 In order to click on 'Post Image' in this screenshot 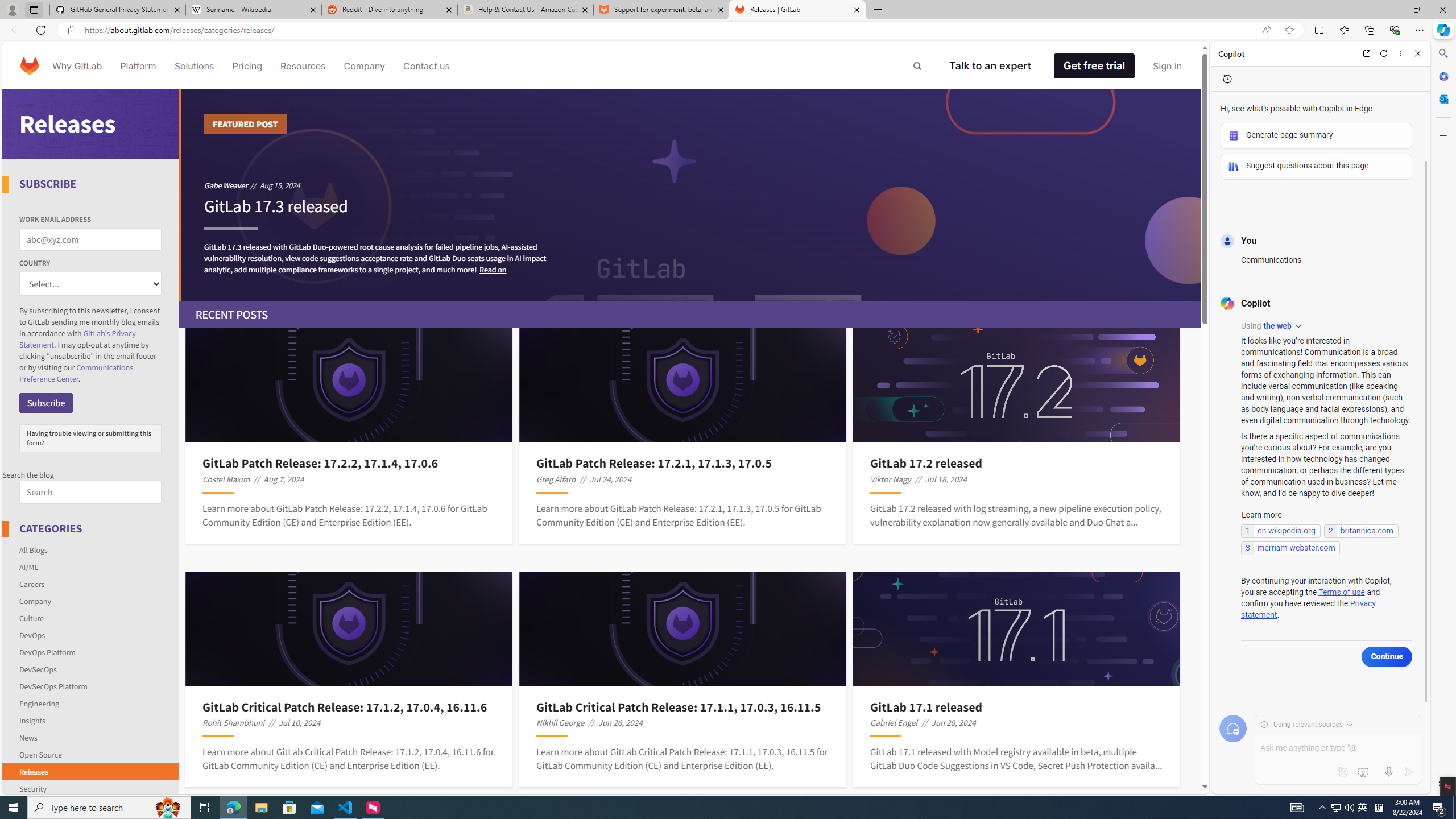, I will do `click(1016, 628)`.